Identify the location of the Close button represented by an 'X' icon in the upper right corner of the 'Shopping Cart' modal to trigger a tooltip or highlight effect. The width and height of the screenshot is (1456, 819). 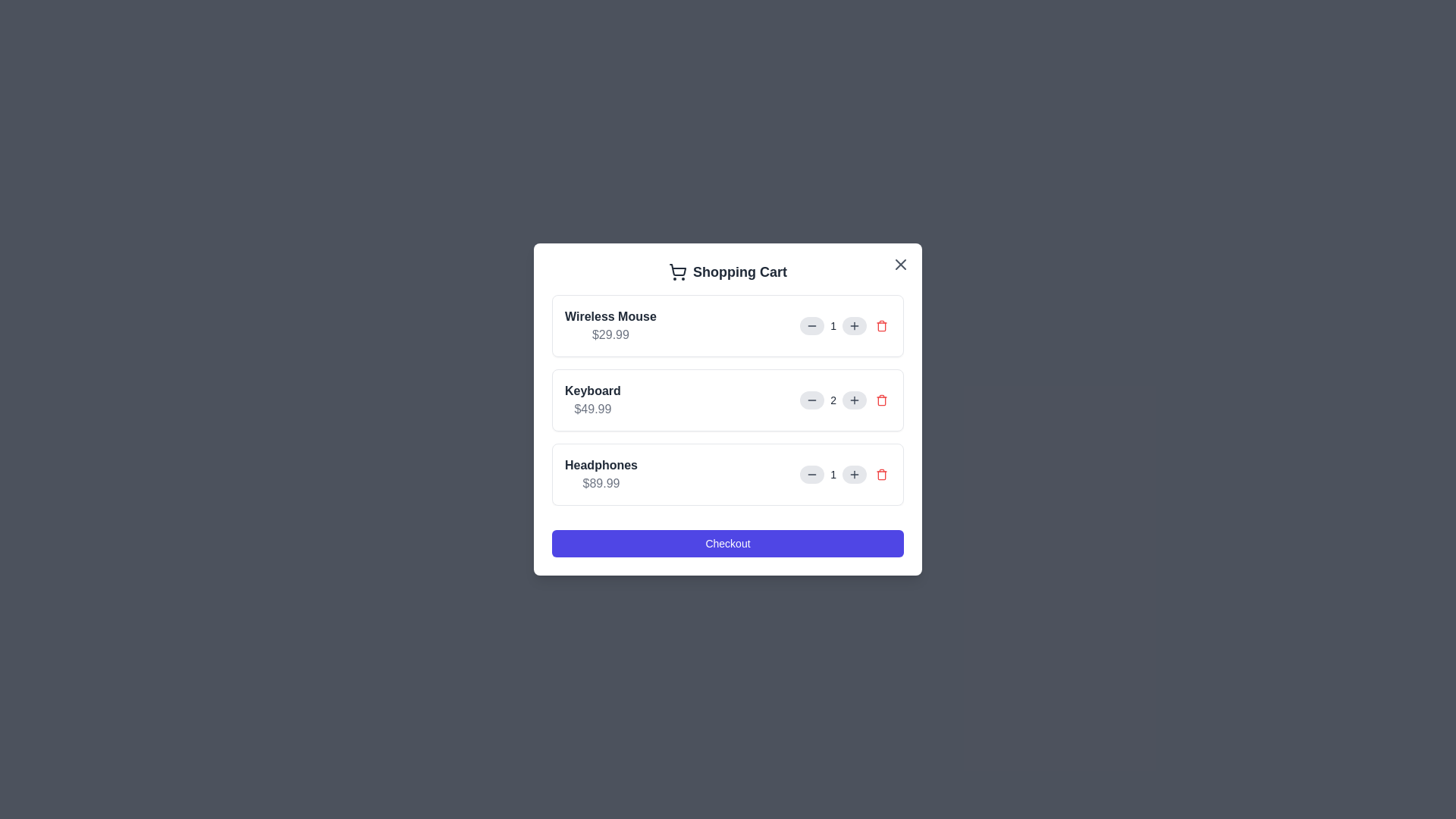
(901, 263).